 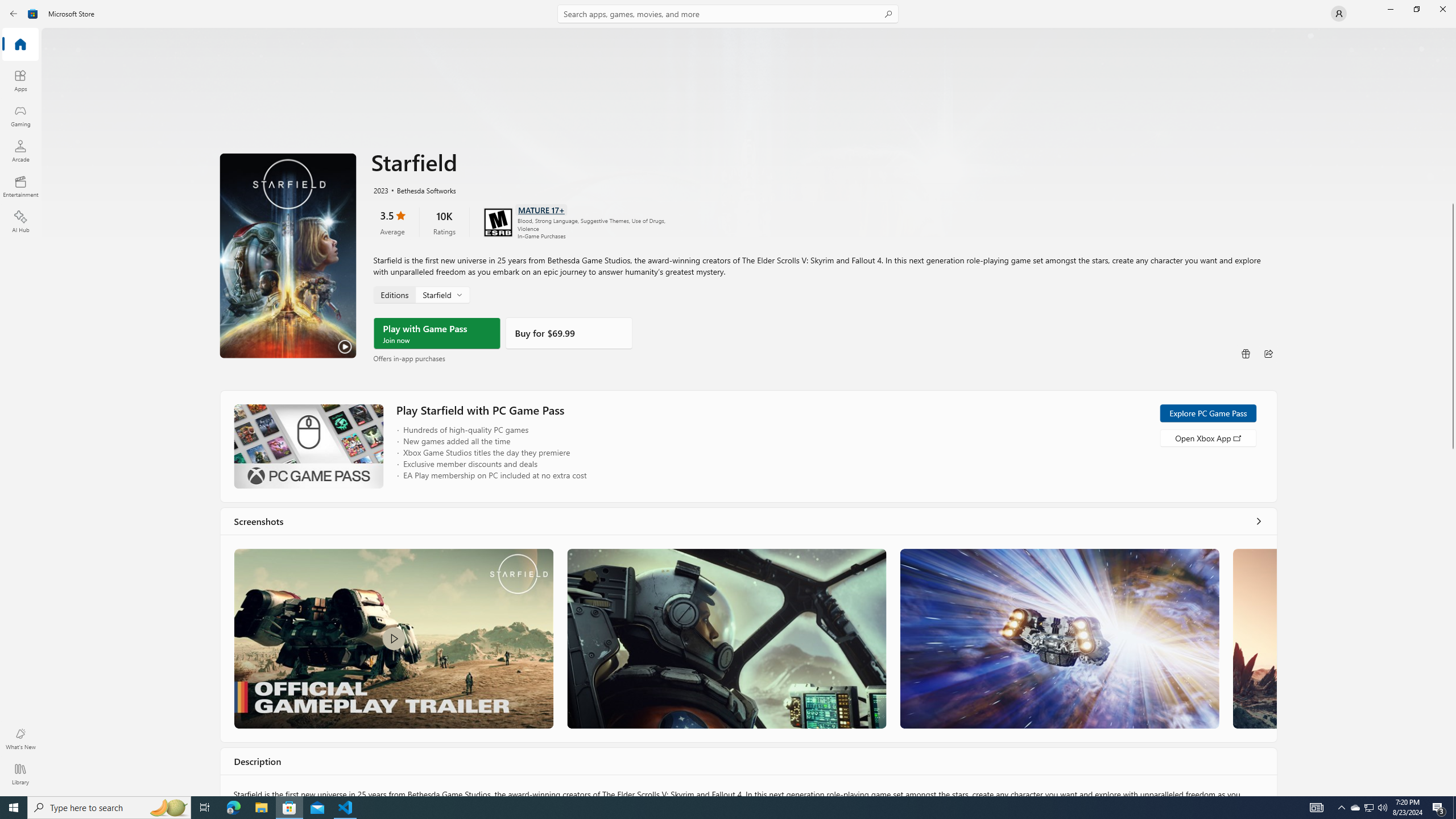 What do you see at coordinates (14, 13) in the screenshot?
I see `'Back'` at bounding box center [14, 13].